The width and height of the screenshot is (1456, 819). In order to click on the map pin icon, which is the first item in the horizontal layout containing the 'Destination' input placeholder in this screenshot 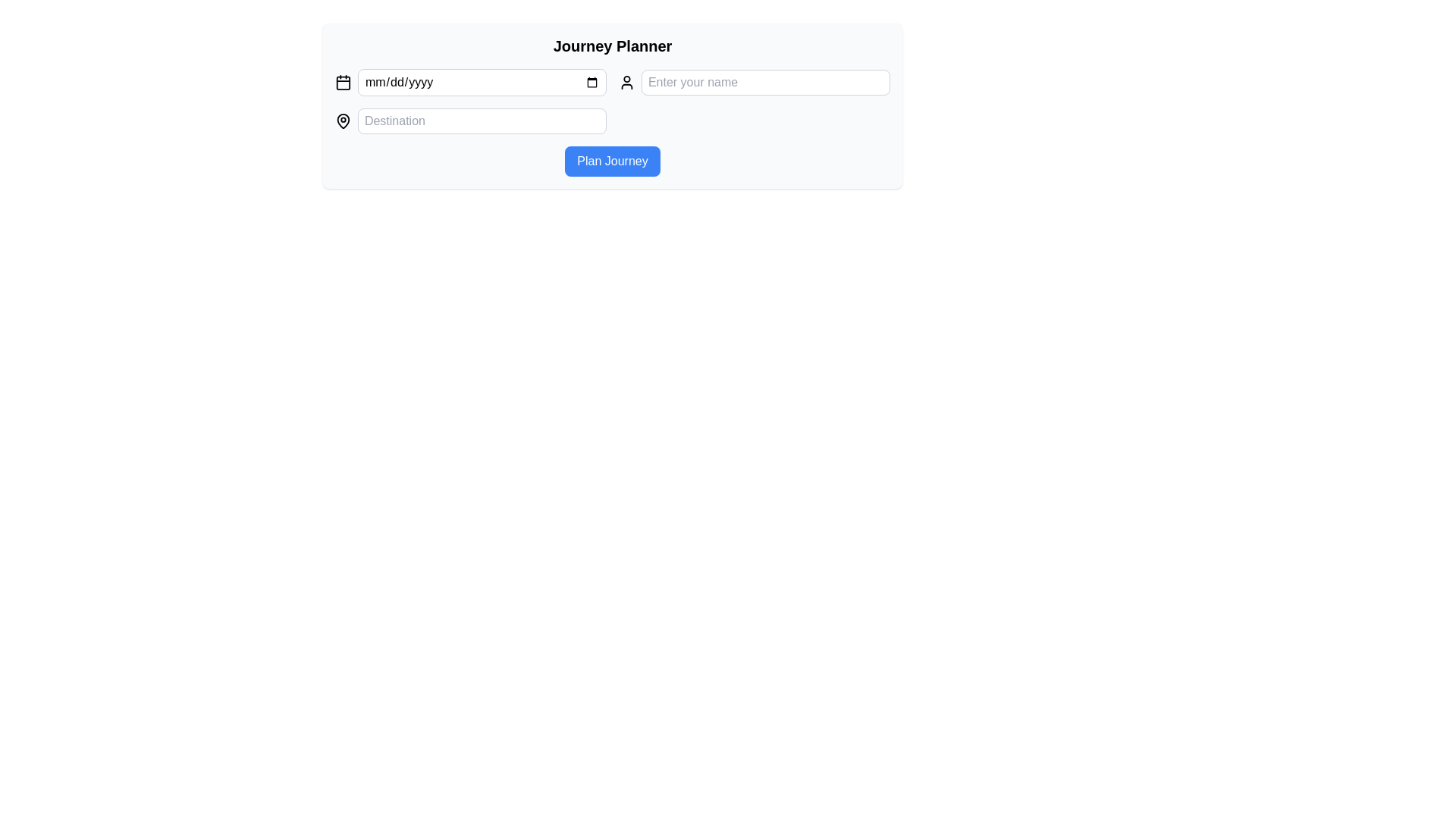, I will do `click(342, 120)`.